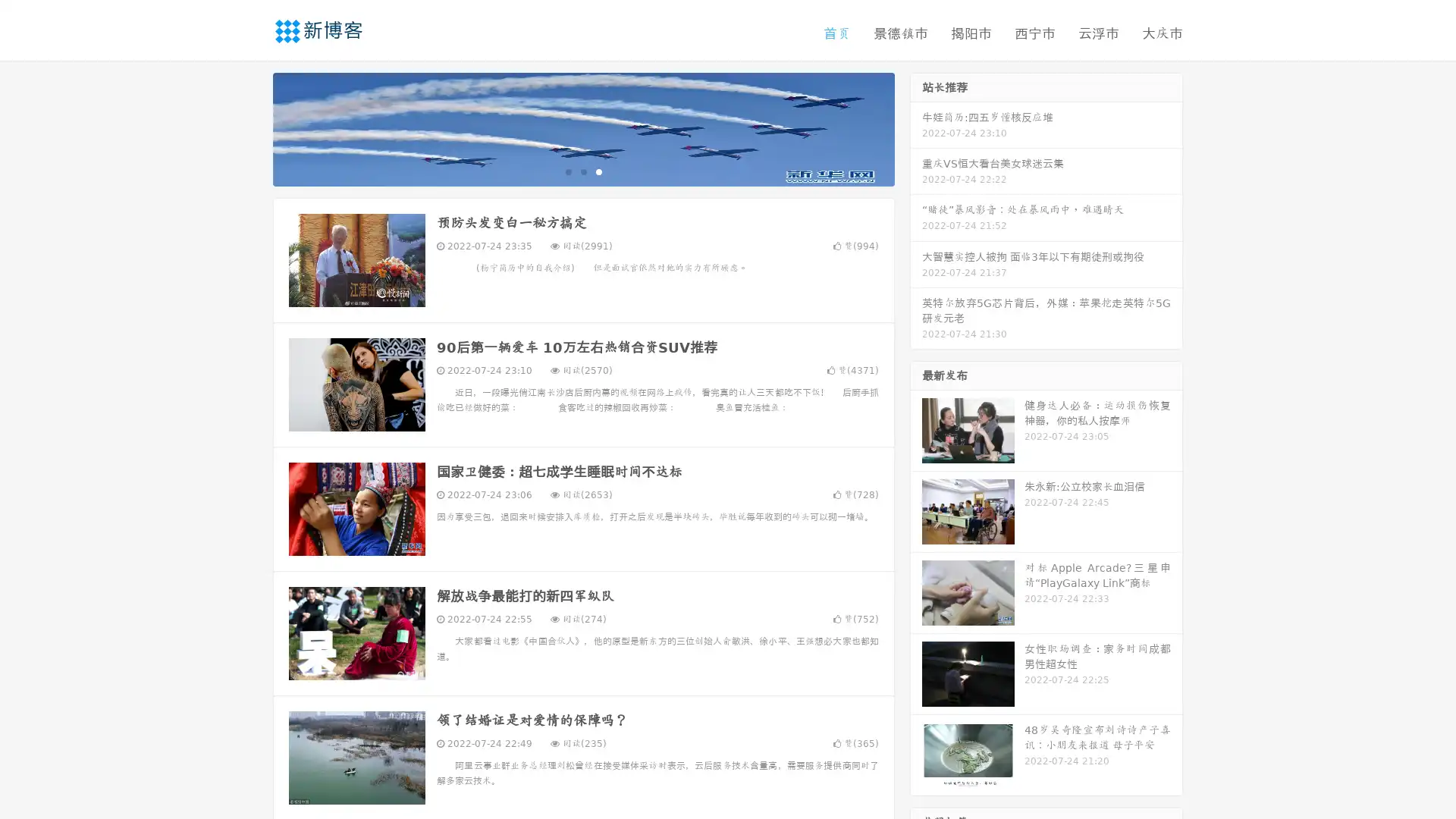 The height and width of the screenshot is (819, 1456). Describe the element at coordinates (567, 171) in the screenshot. I see `Go to slide 1` at that location.